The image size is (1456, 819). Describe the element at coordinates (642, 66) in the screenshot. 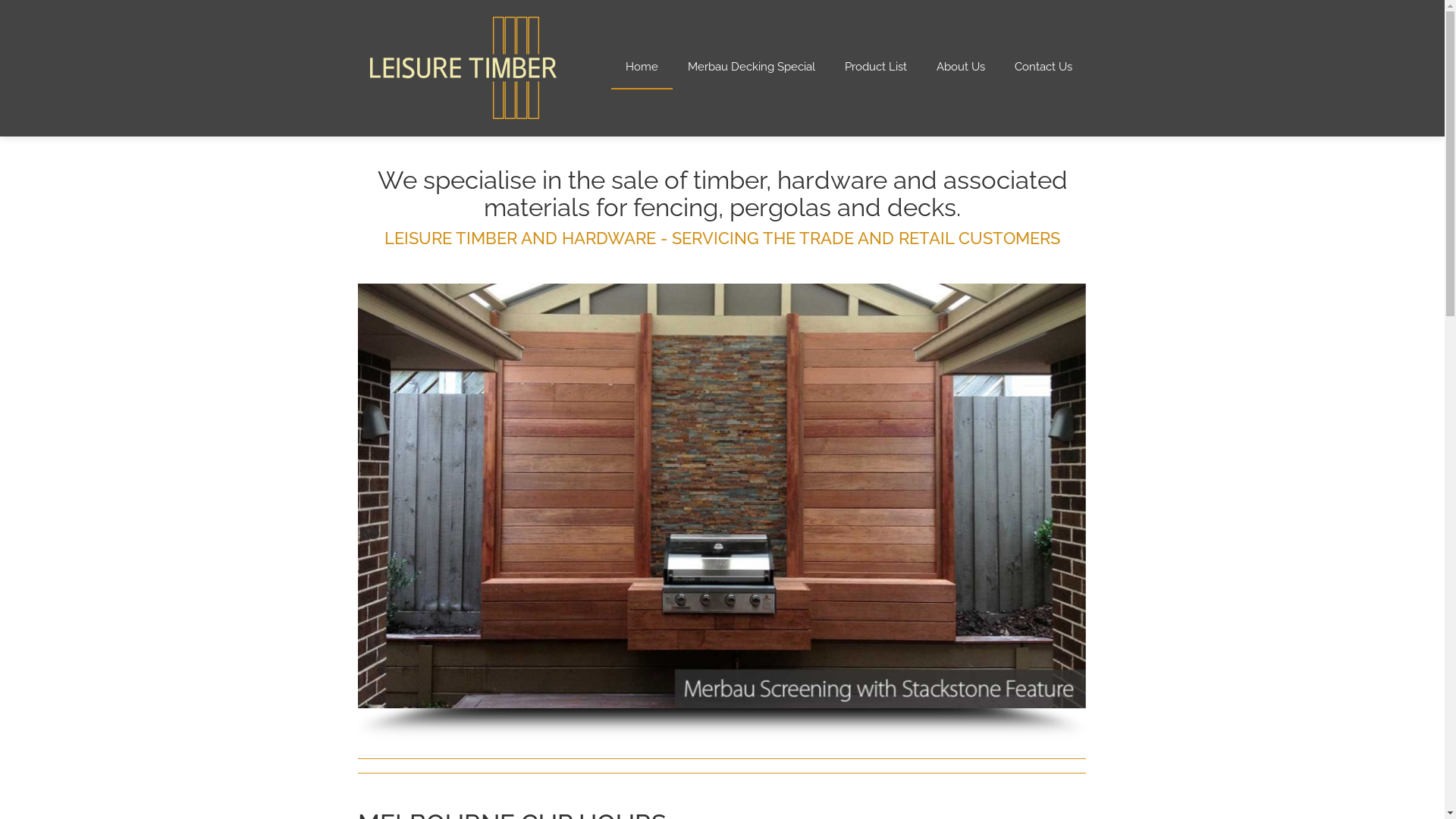

I see `'Home'` at that location.